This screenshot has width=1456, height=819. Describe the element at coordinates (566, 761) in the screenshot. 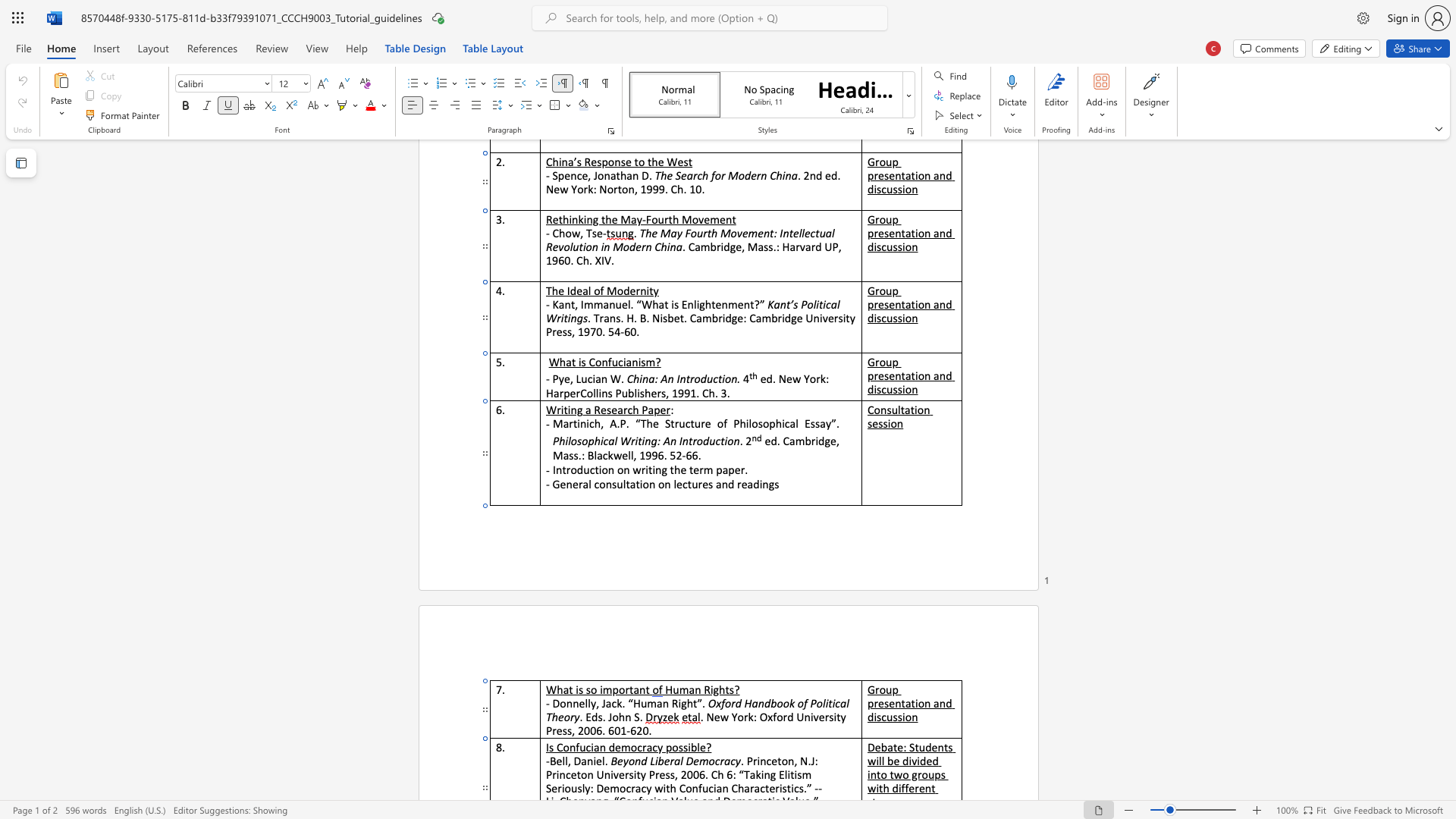

I see `the 2th character "l" in the text` at that location.